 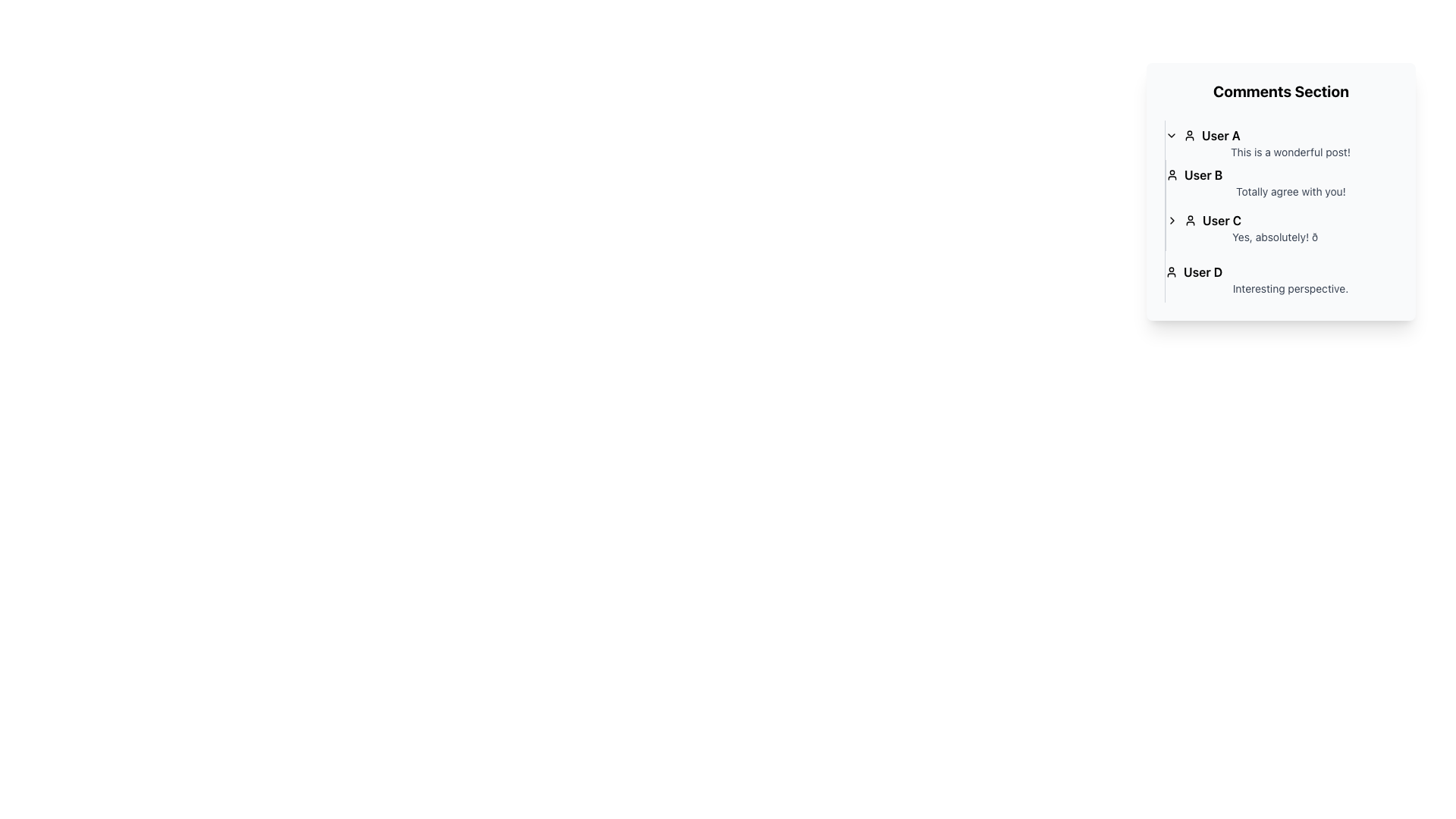 What do you see at coordinates (1280, 227) in the screenshot?
I see `the comment section attributed to 'User C', which features a bold username and a gray, smaller font text message, located as the third comment in the list` at bounding box center [1280, 227].